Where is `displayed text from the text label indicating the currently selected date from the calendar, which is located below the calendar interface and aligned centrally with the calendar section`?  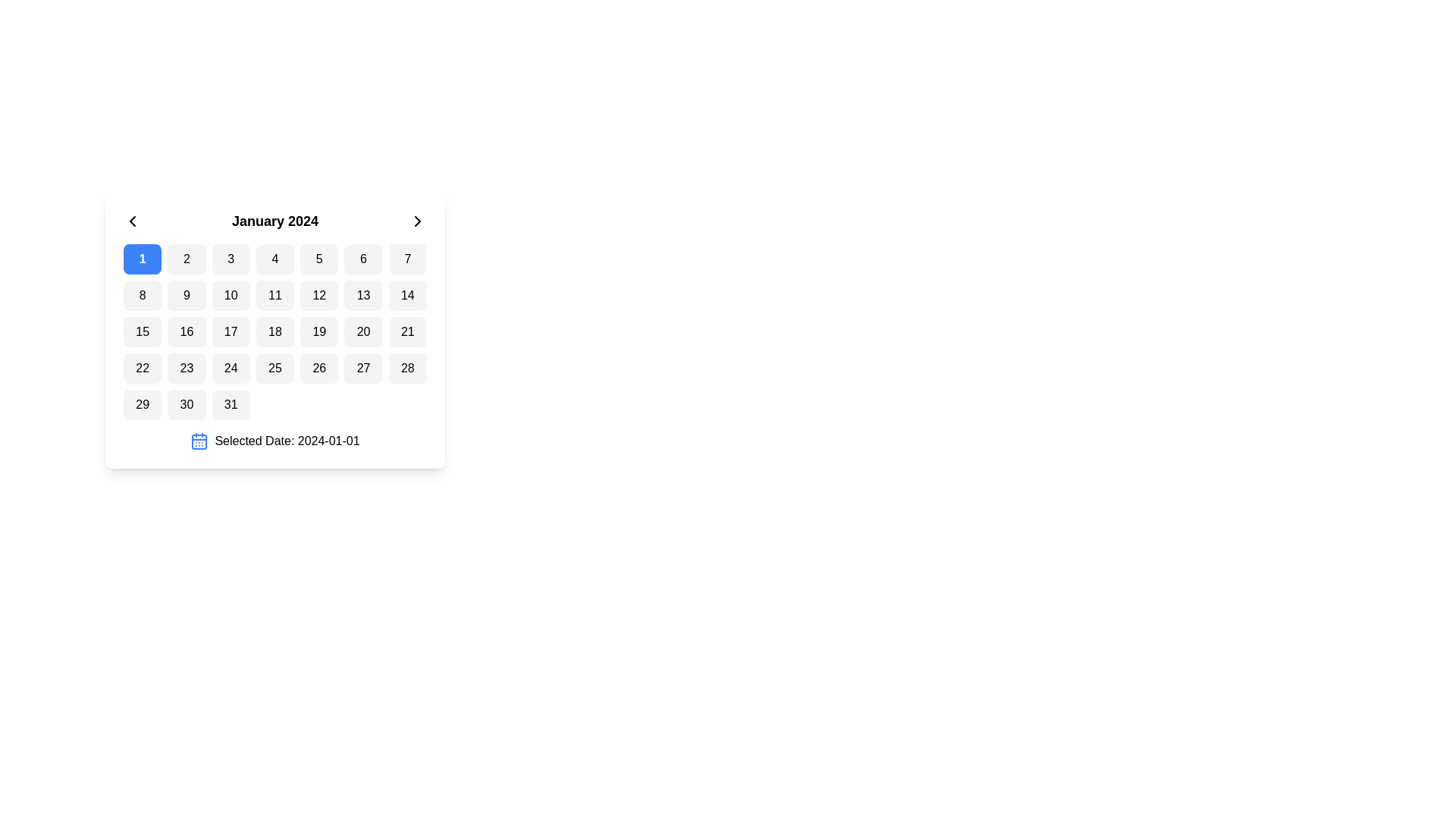 displayed text from the text label indicating the currently selected date from the calendar, which is located below the calendar interface and aligned centrally with the calendar section is located at coordinates (287, 441).